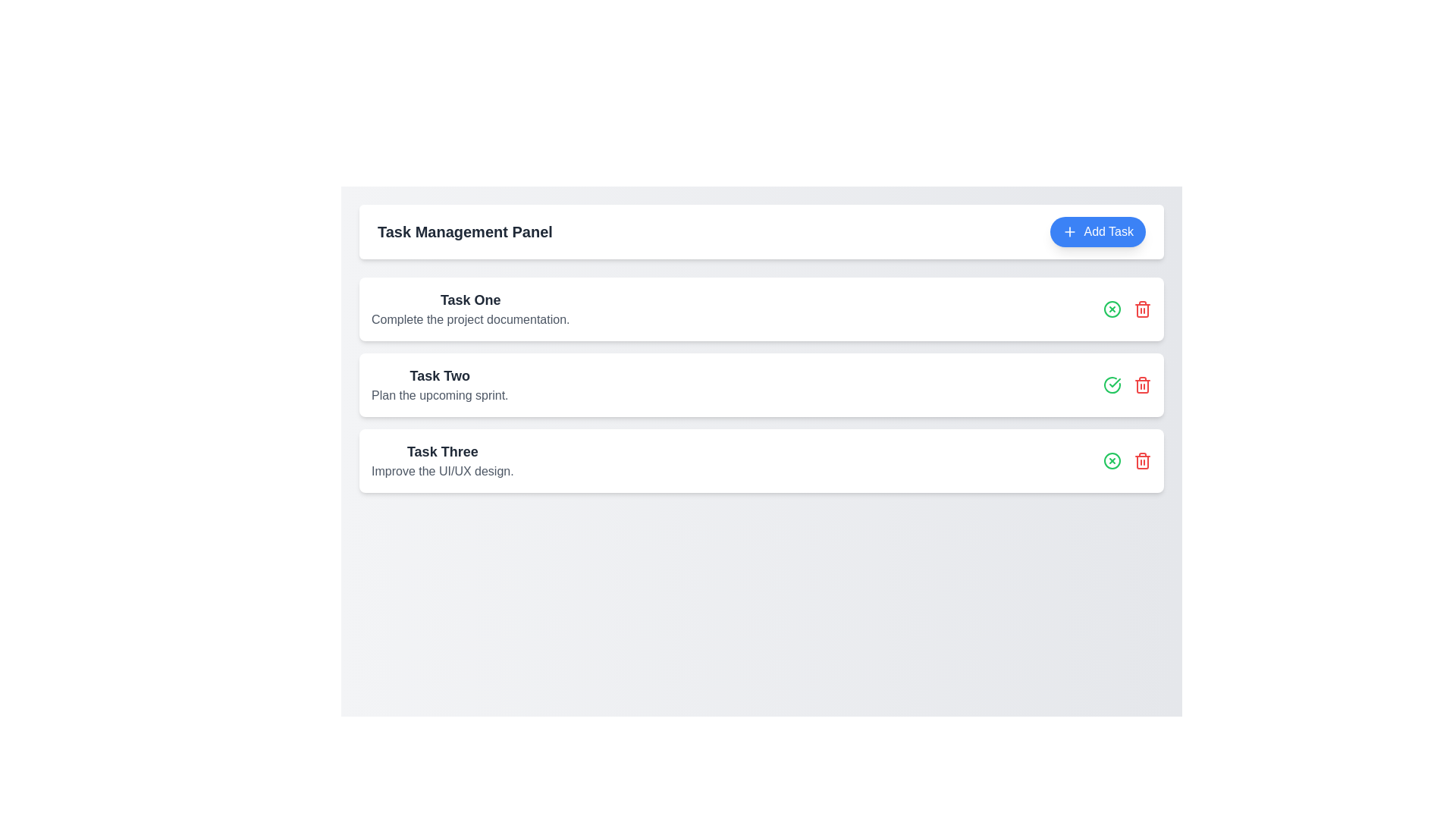 The width and height of the screenshot is (1456, 819). Describe the element at coordinates (1112, 309) in the screenshot. I see `the green circular icon button with a green cross symbol` at that location.